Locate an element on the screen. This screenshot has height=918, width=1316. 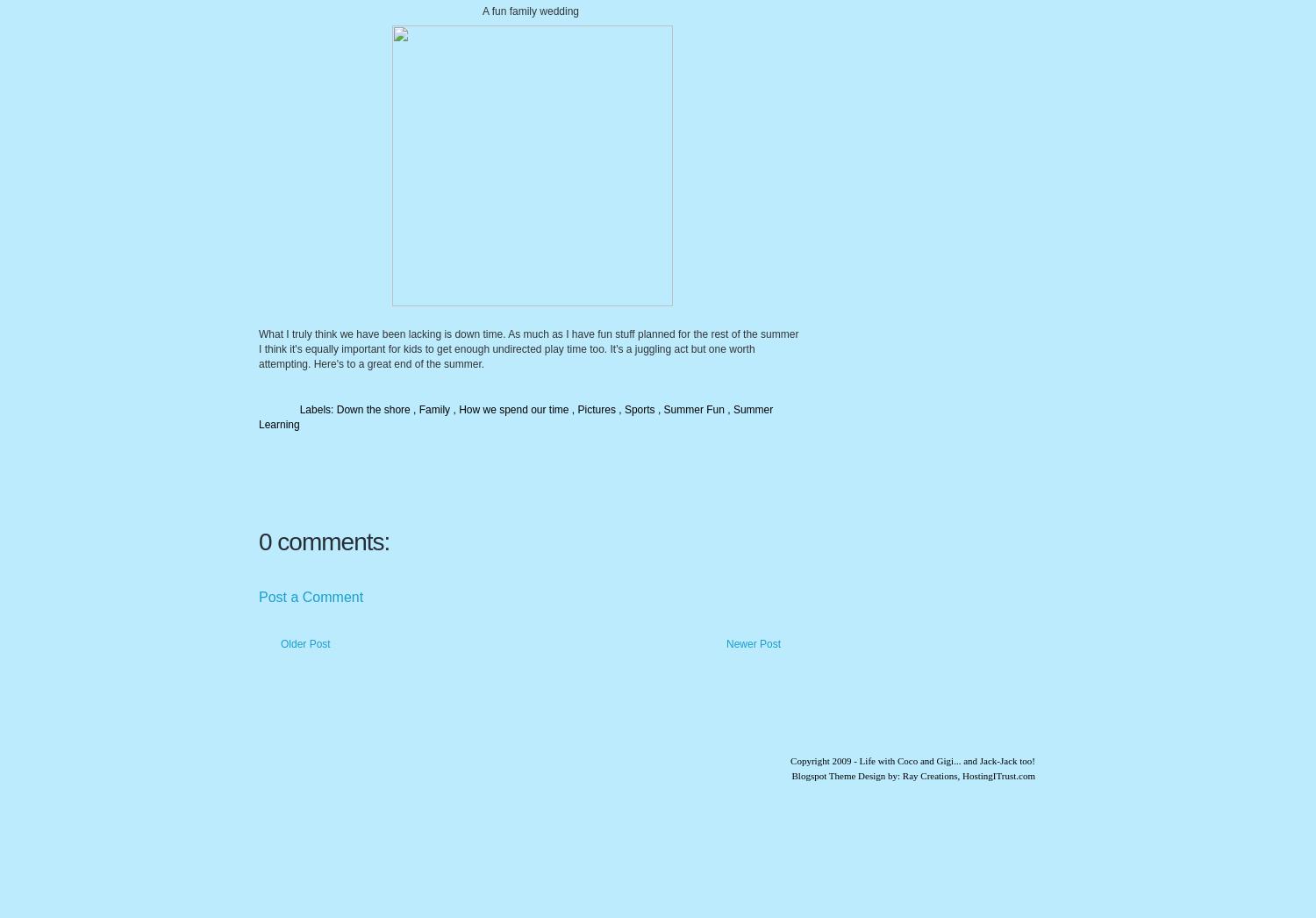
'Ray Creations' is located at coordinates (929, 774).